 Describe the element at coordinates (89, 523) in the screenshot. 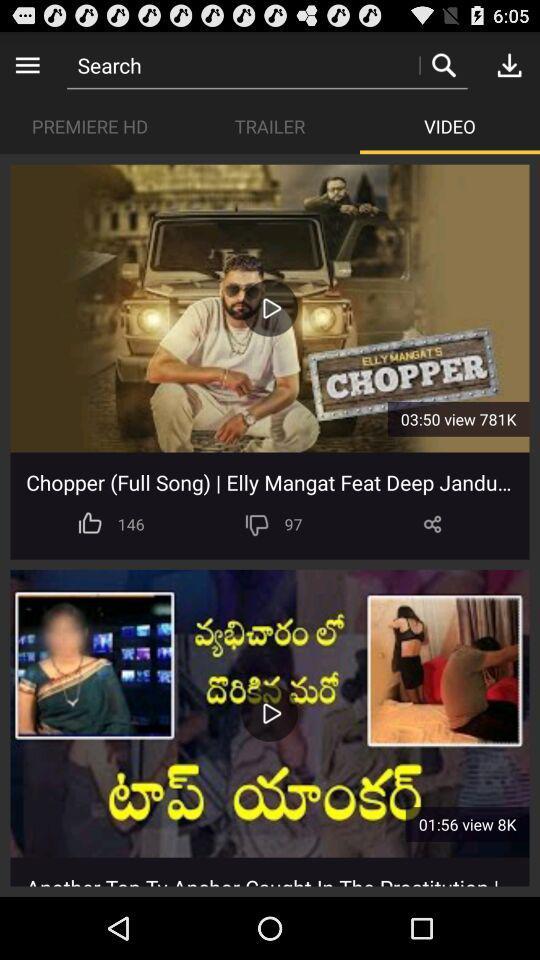

I see `like video` at that location.